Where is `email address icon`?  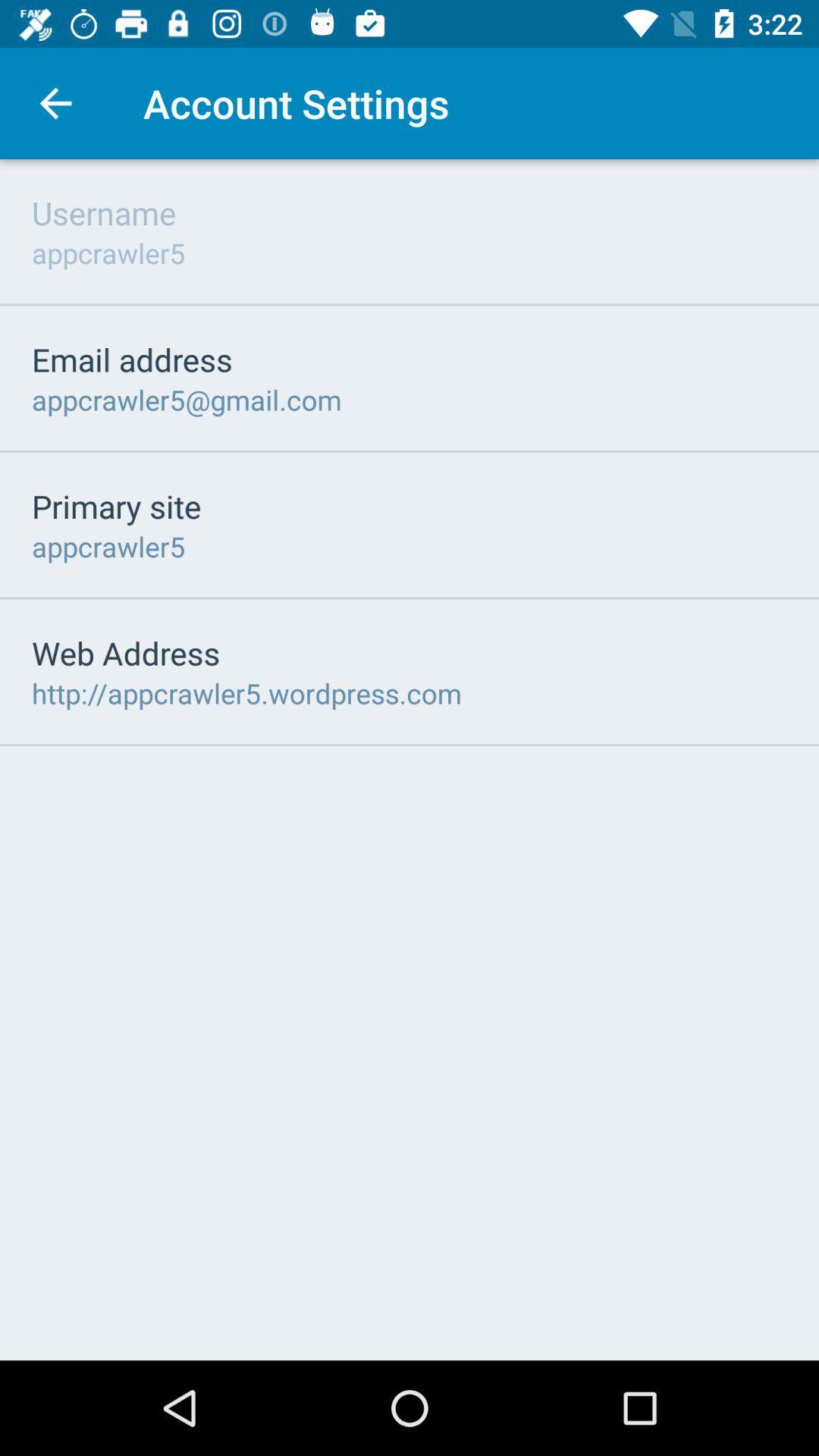
email address icon is located at coordinates (131, 359).